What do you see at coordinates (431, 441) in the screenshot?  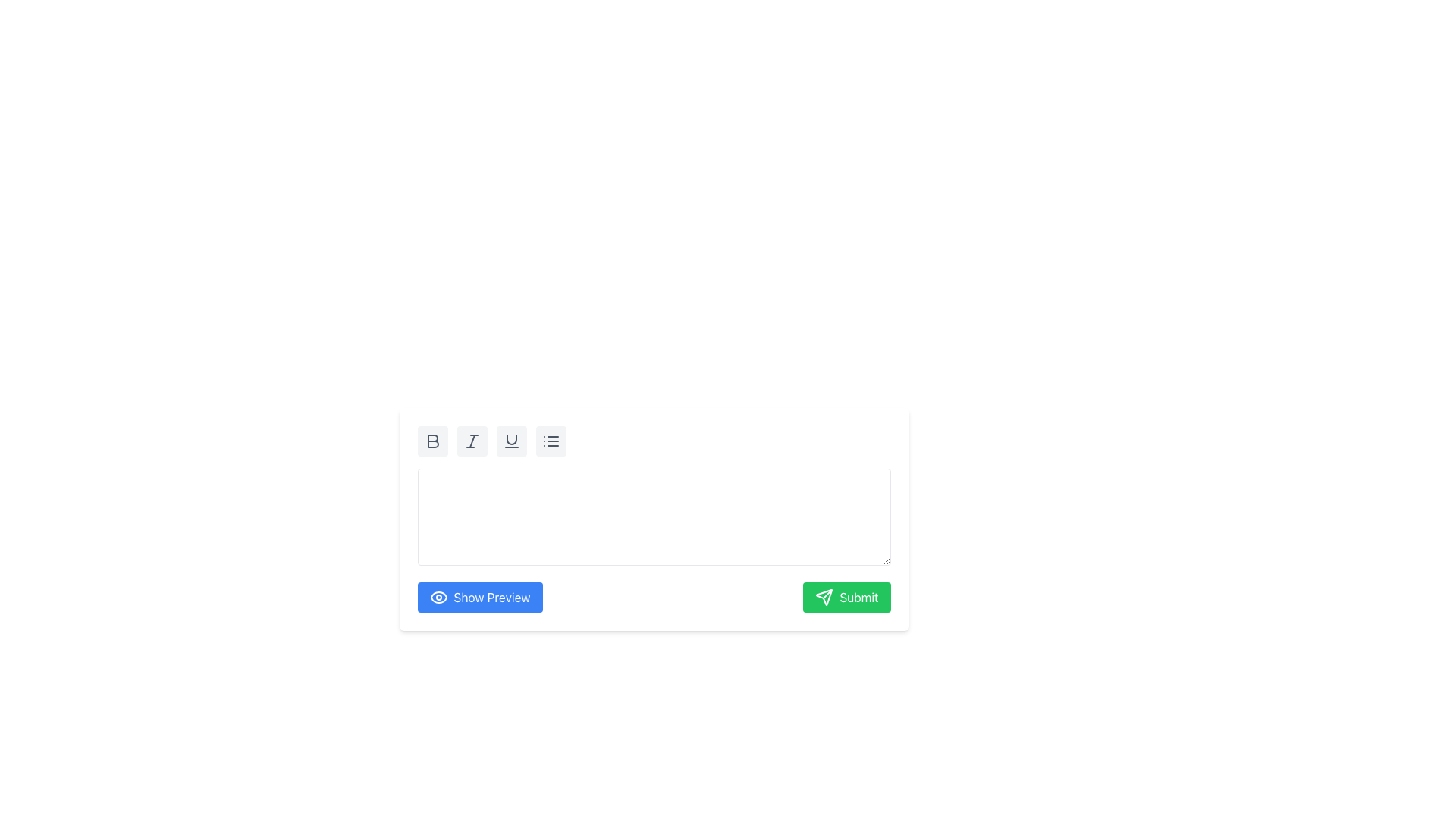 I see `the bold button represented by a letter 'B'` at bounding box center [431, 441].